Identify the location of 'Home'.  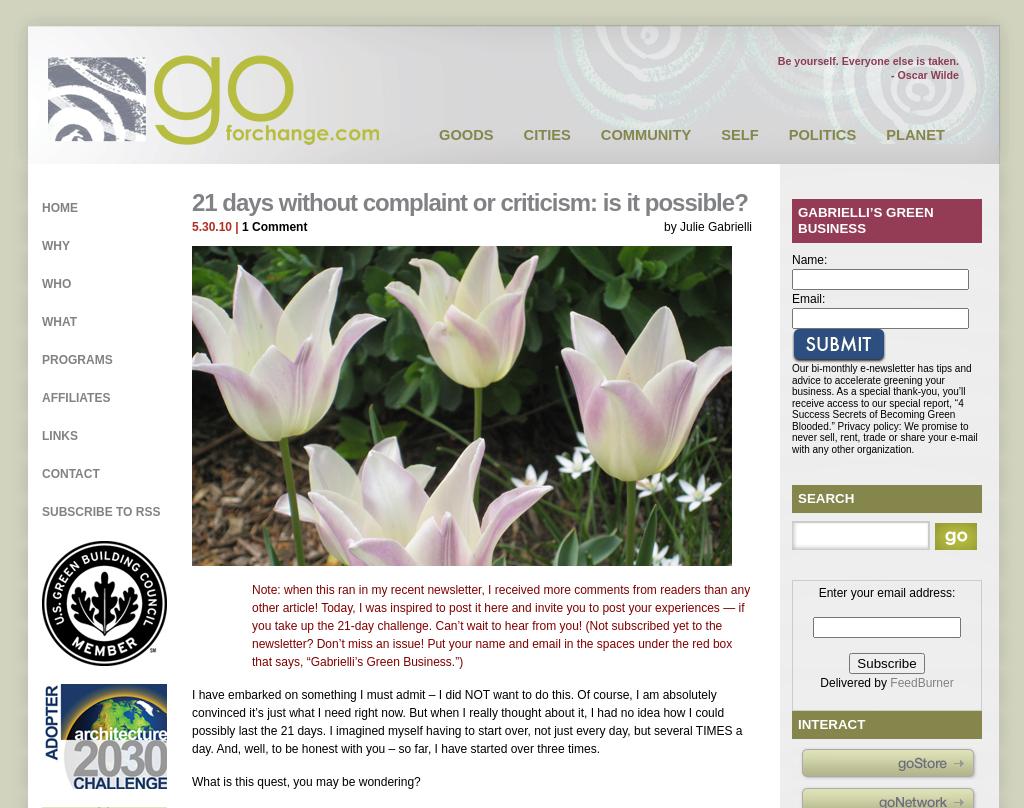
(59, 207).